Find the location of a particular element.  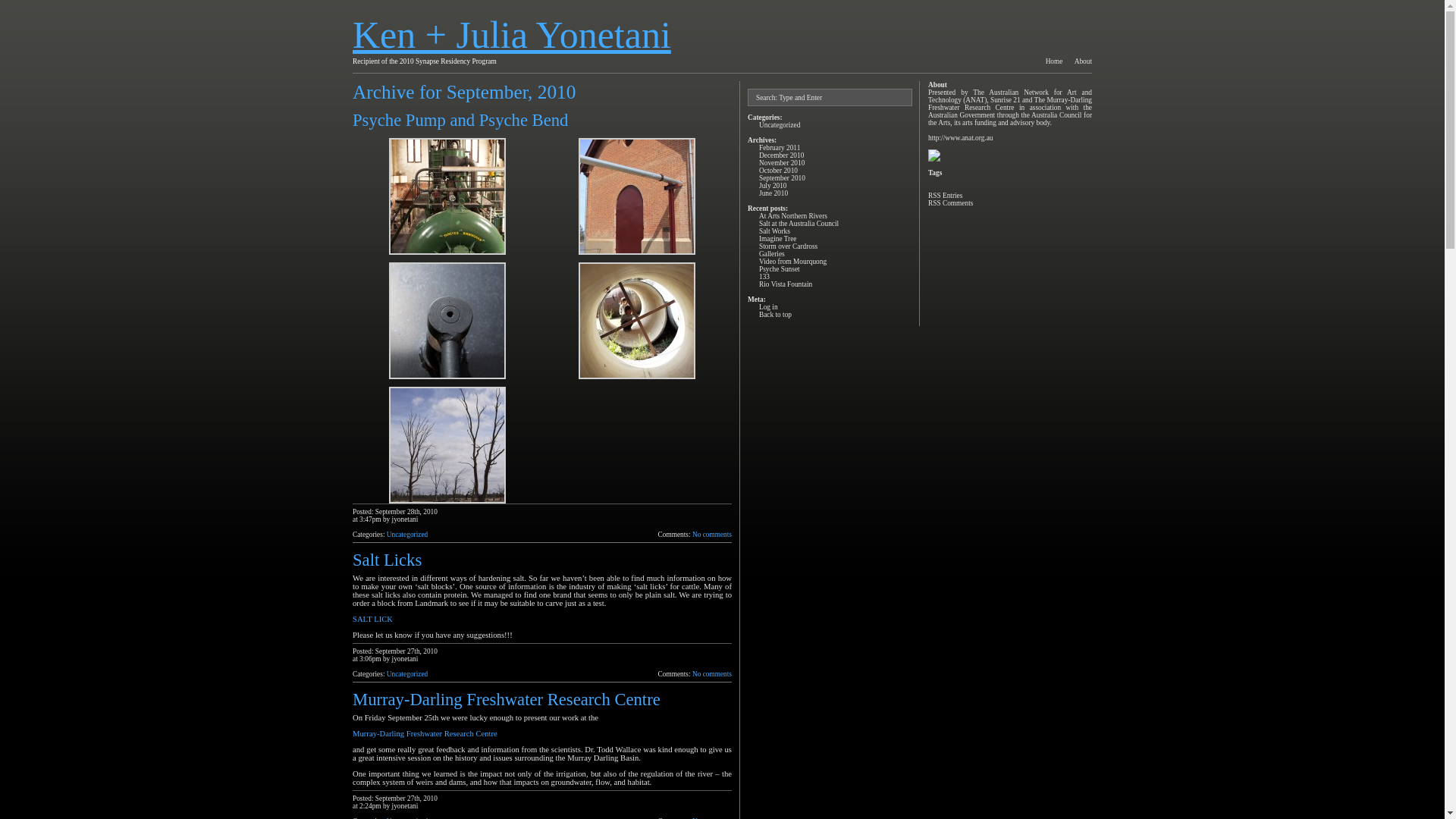

'Galleries' is located at coordinates (771, 253).